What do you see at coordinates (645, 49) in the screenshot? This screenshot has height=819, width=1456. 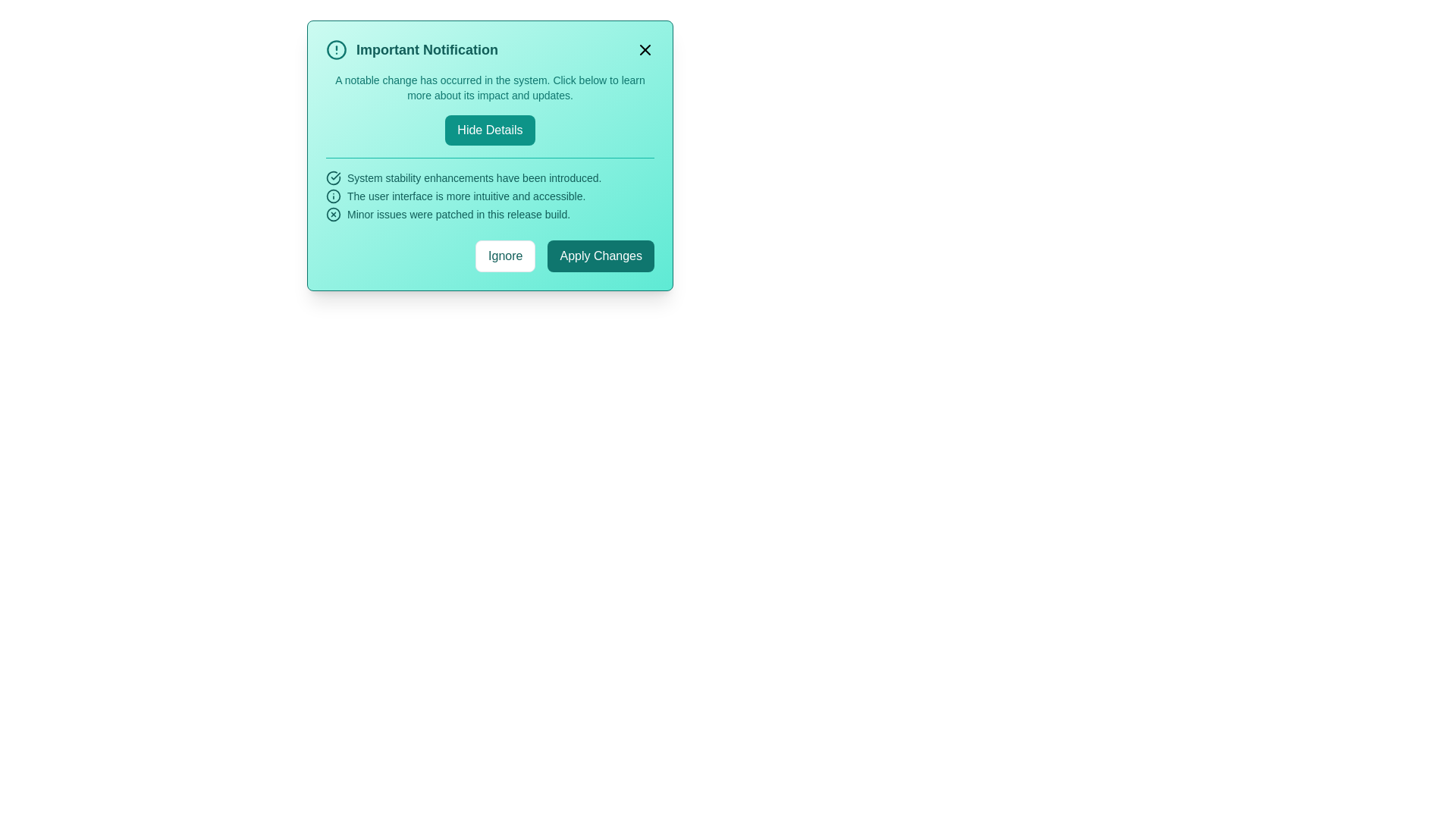 I see `the close button, which is a square-shaped icon with a black 'X' on a teal background, located at the top-right corner of the 'Important Notification' card` at bounding box center [645, 49].